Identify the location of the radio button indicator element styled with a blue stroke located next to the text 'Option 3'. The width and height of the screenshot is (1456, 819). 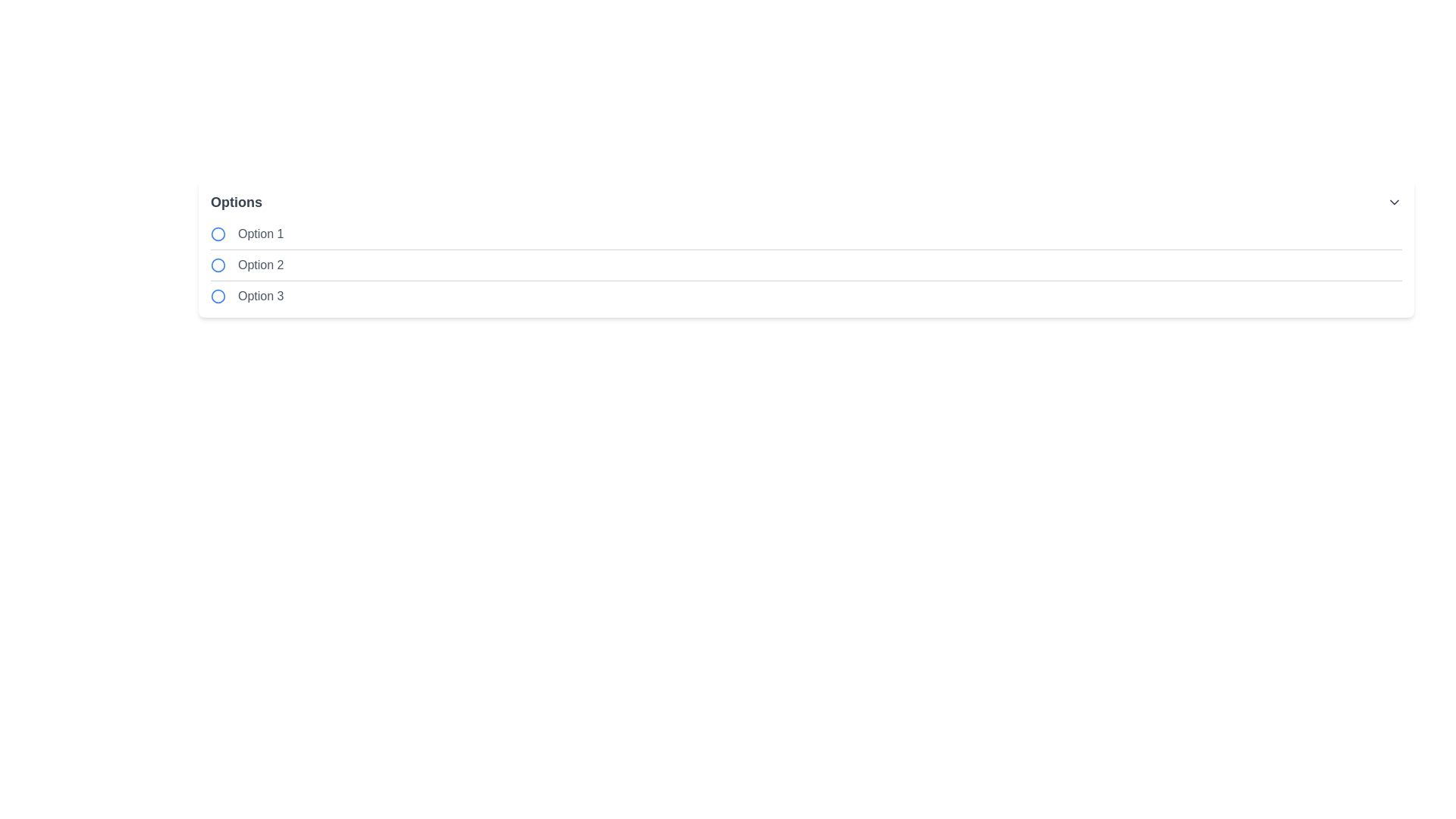
(218, 296).